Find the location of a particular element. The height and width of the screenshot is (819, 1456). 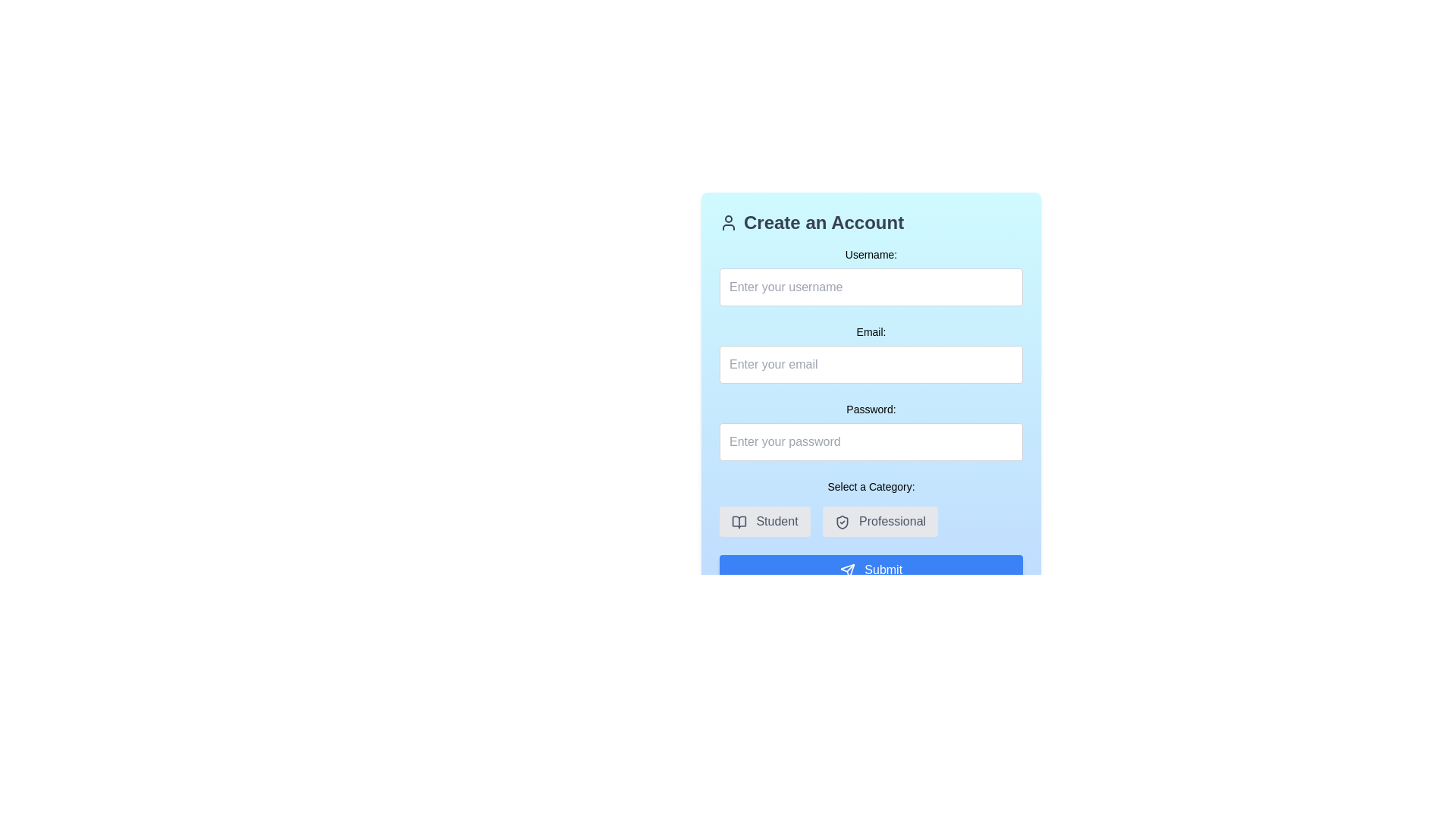

the 'Submit' button with a blue background and white text is located at coordinates (871, 570).